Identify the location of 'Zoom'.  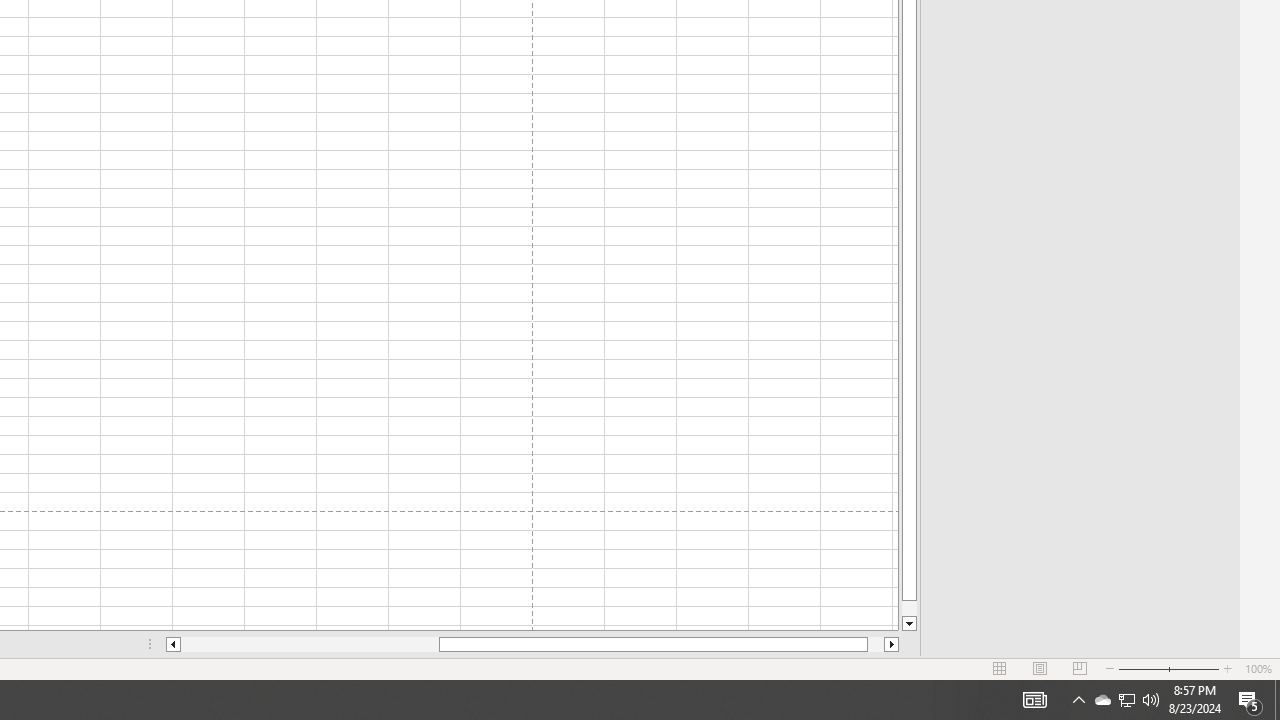
(1168, 669).